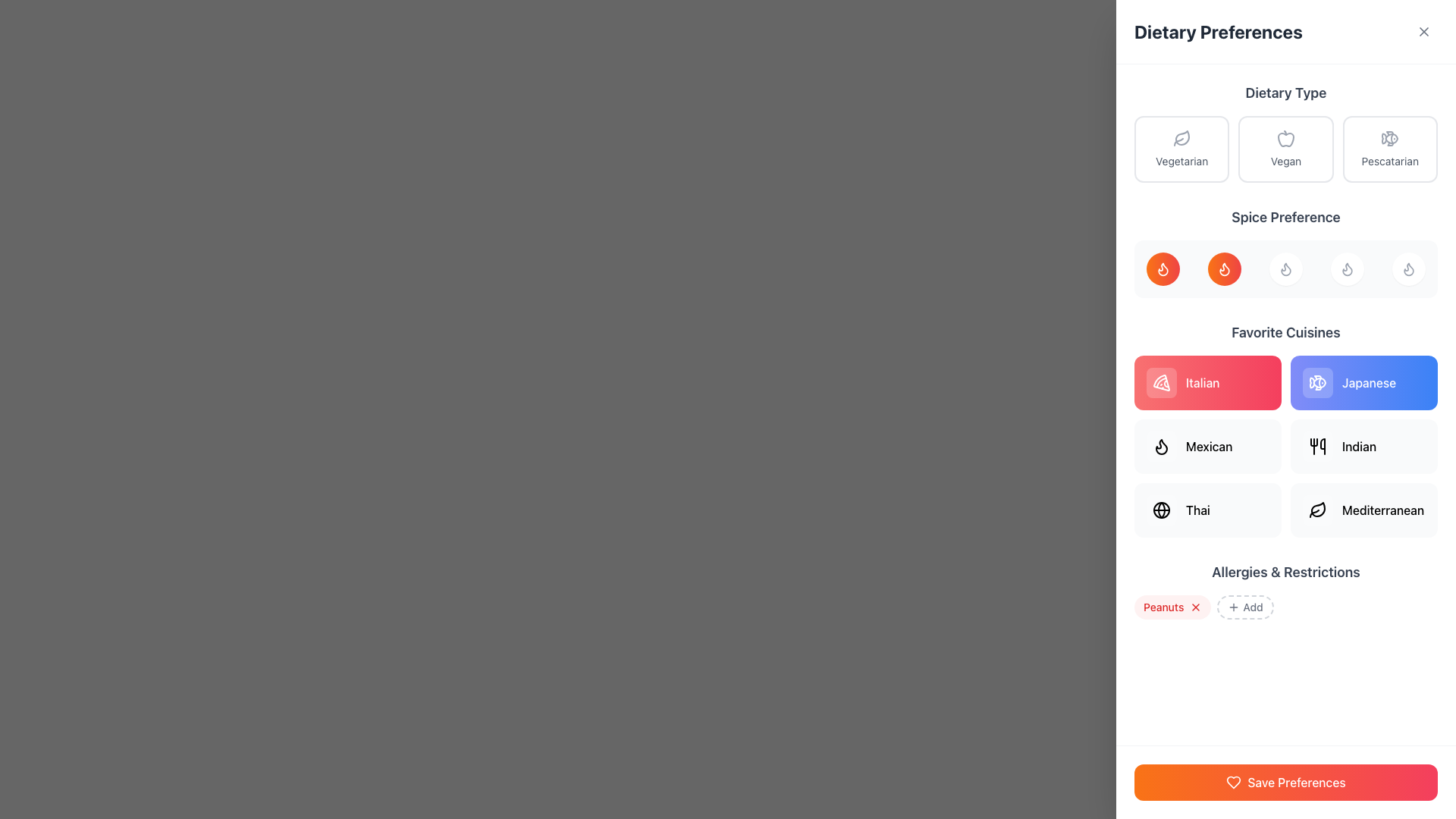 Image resolution: width=1456 pixels, height=819 pixels. Describe the element at coordinates (1163, 268) in the screenshot. I see `the leftmost circular icon with a flame glyph in the 'Spice Preference' section` at that location.